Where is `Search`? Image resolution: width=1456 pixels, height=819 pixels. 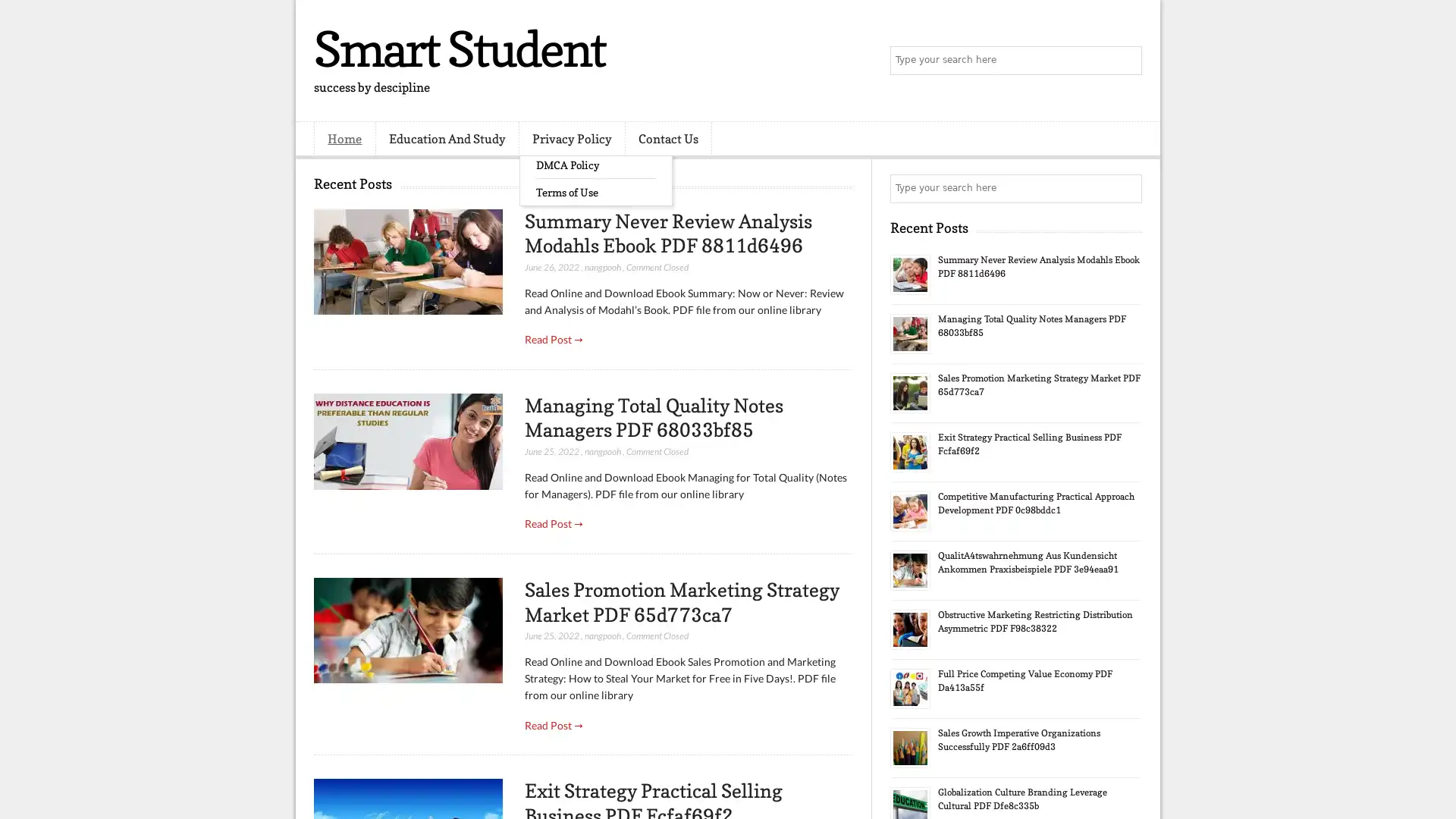 Search is located at coordinates (1126, 188).